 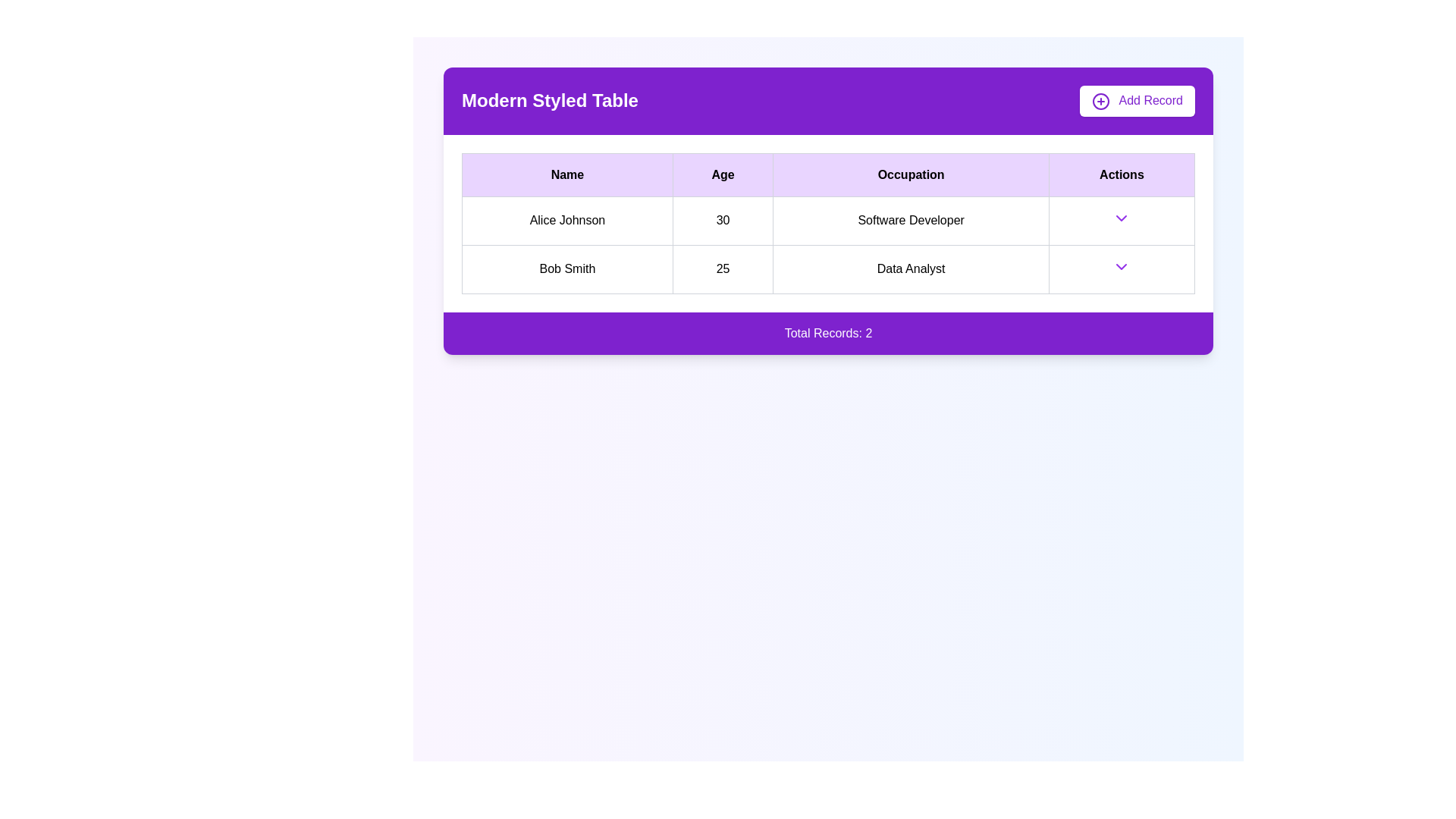 I want to click on the 'Occupation' cell in the first row of the table, which is the third cell located between the 'Age' and 'Actions' columns, so click(x=910, y=221).